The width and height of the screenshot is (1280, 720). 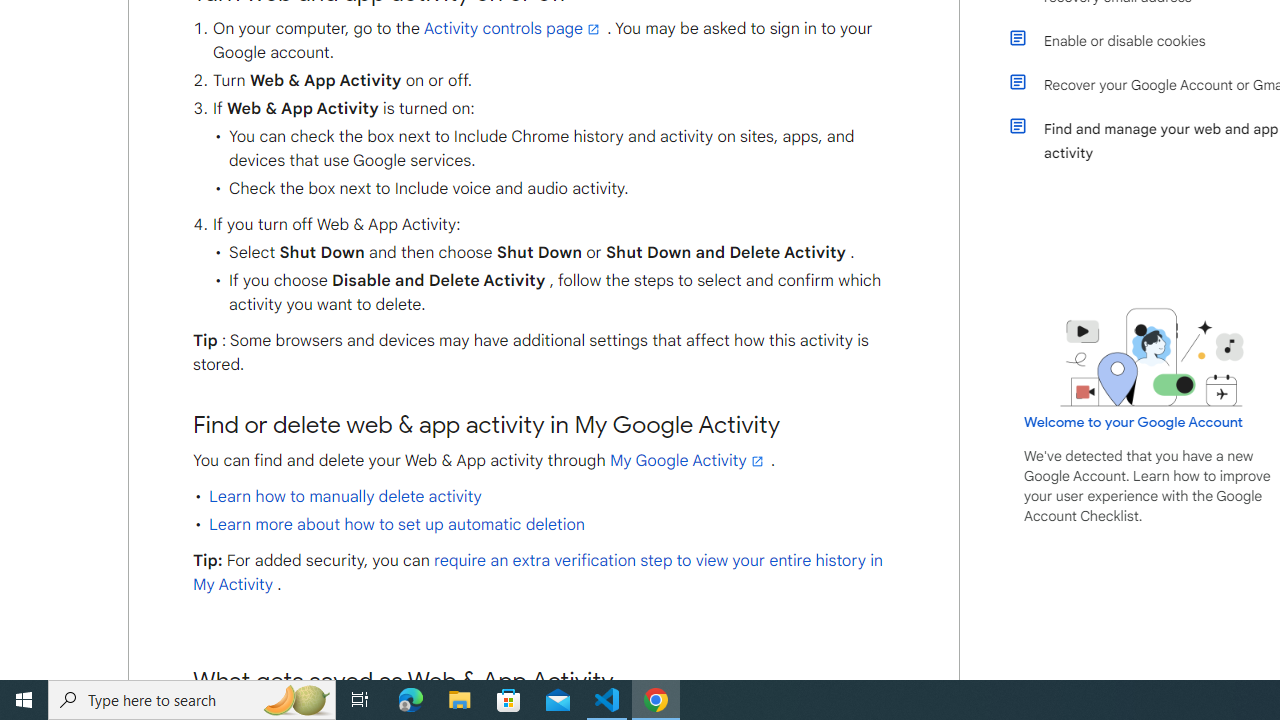 I want to click on 'Learning Center home page image', so click(x=1152, y=356).